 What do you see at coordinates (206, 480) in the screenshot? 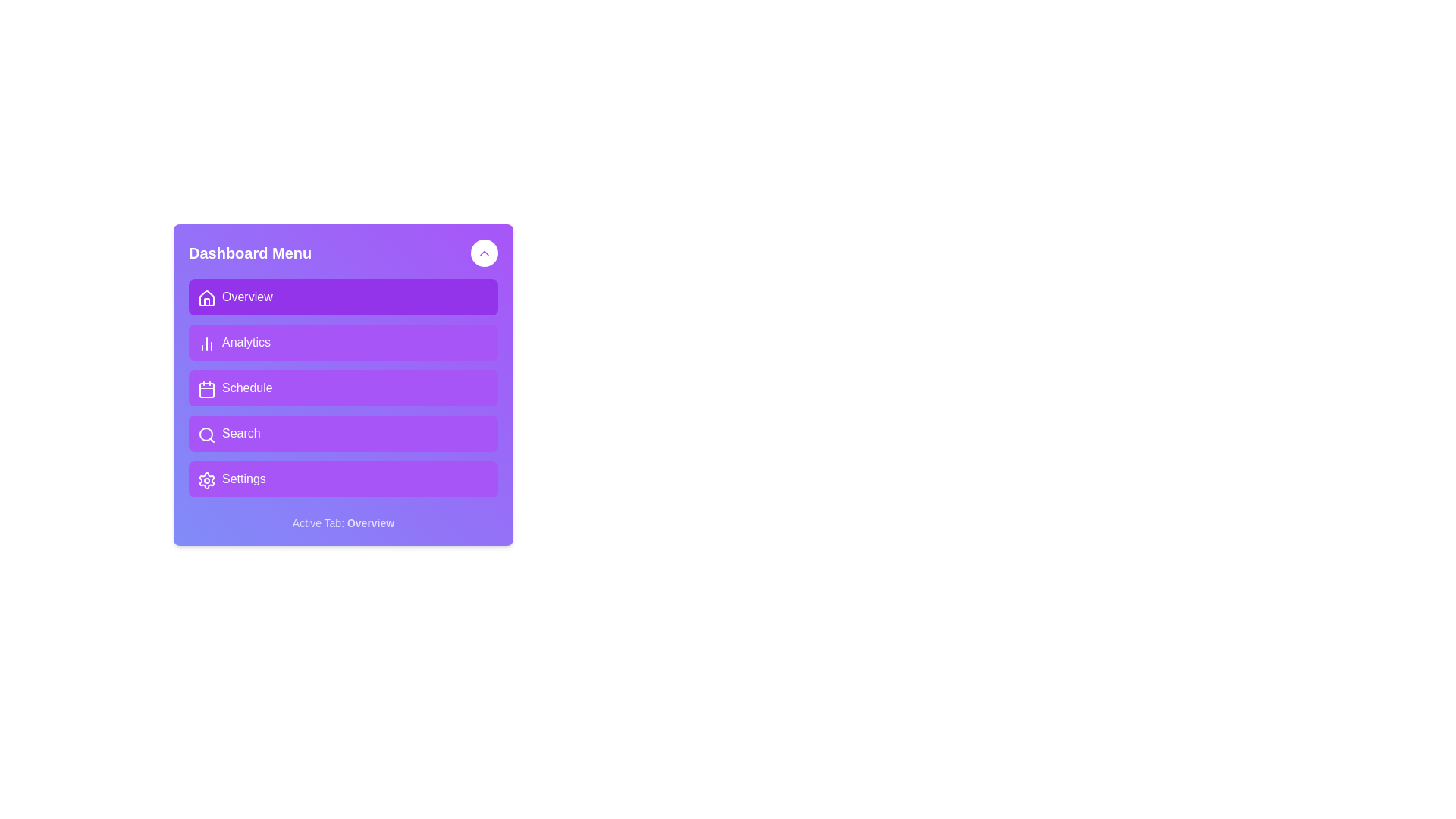
I see `the gear-shaped icon located to the left of the 'Settings' text in the bottom menu option of the sidebar to potentially reveal a tooltip or effect` at bounding box center [206, 480].